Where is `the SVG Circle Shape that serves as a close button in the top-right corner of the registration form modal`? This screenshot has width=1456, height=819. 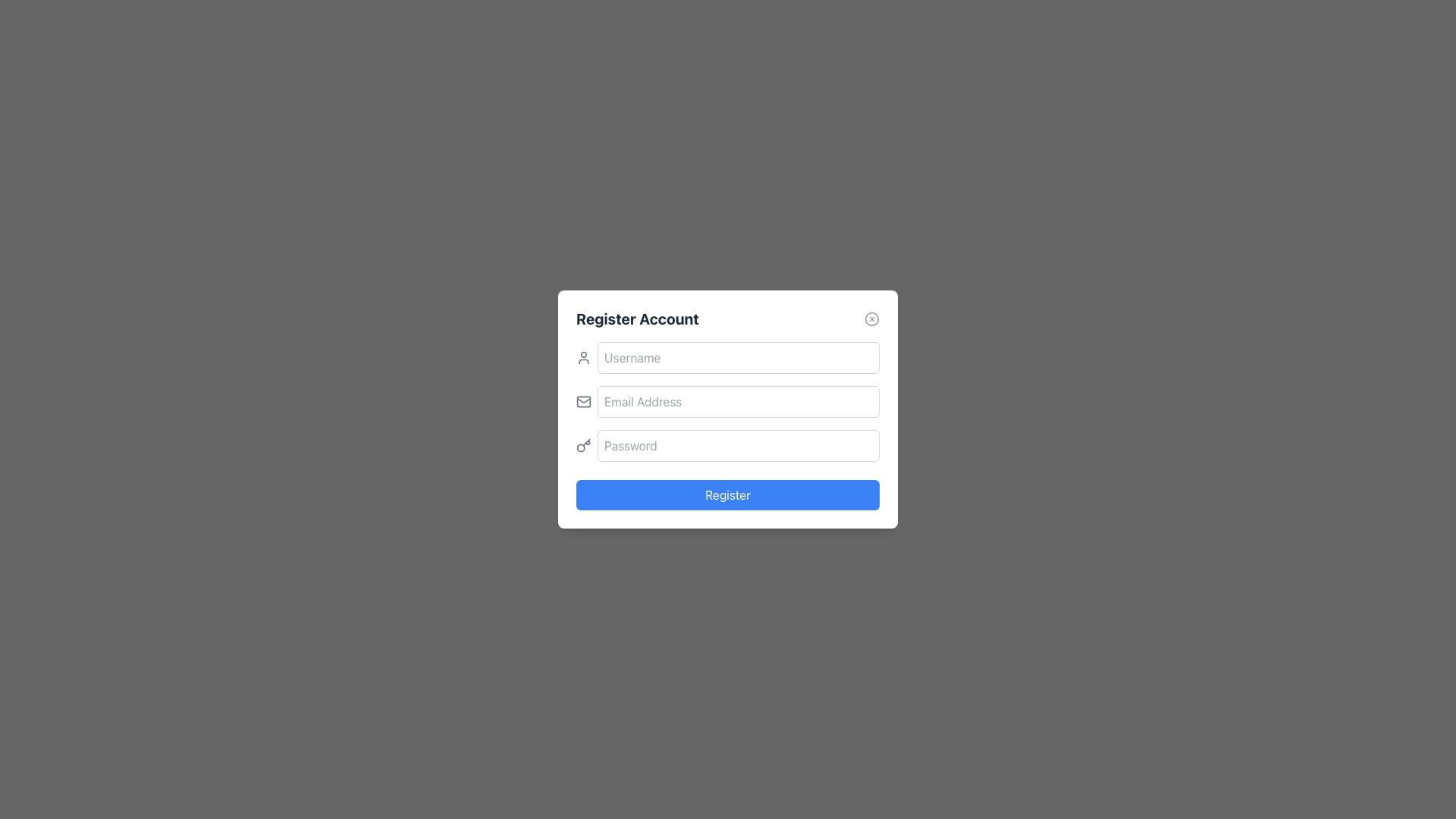
the SVG Circle Shape that serves as a close button in the top-right corner of the registration form modal is located at coordinates (872, 318).